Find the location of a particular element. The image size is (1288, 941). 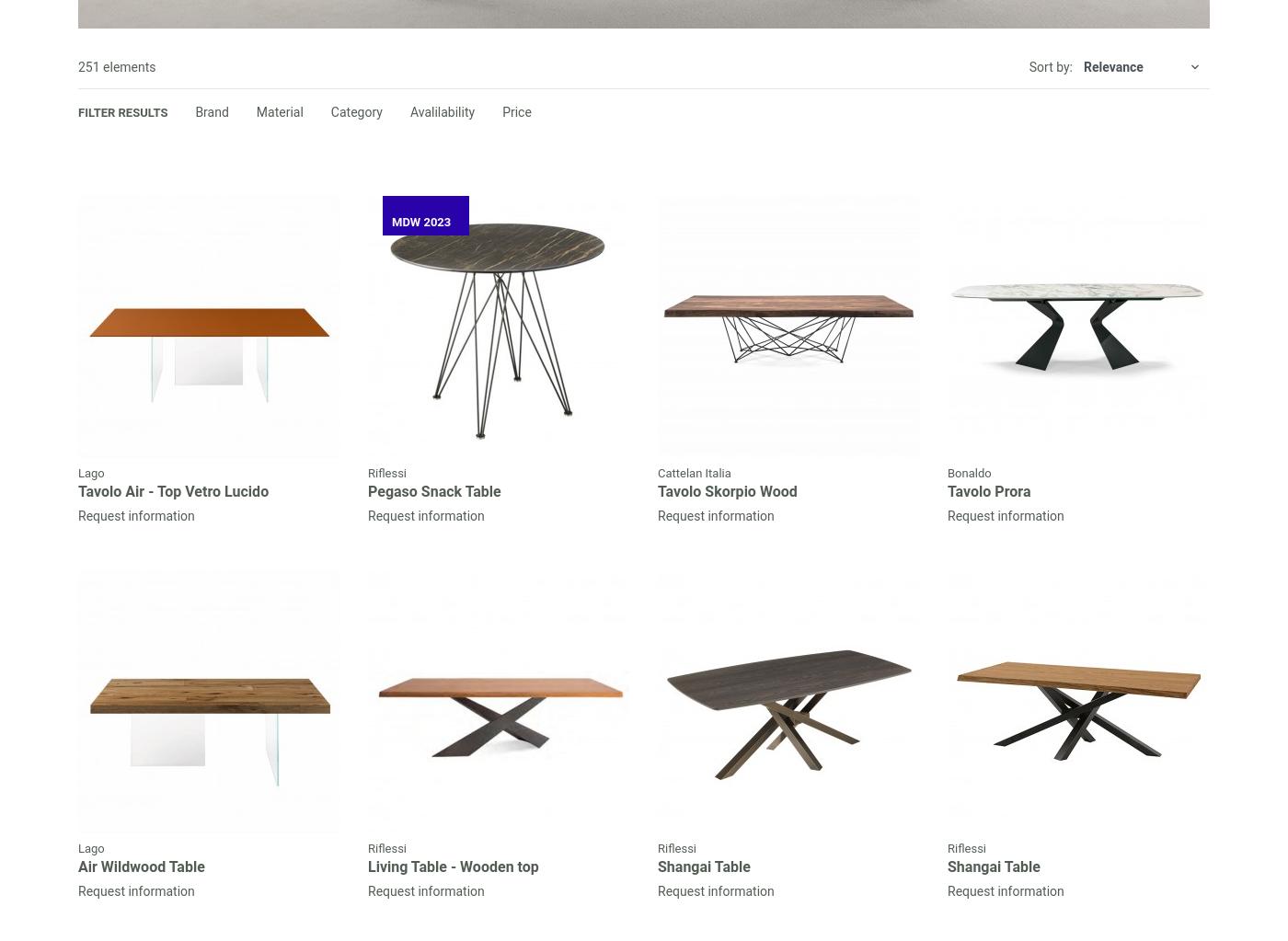

'Sort by:' is located at coordinates (1029, 65).